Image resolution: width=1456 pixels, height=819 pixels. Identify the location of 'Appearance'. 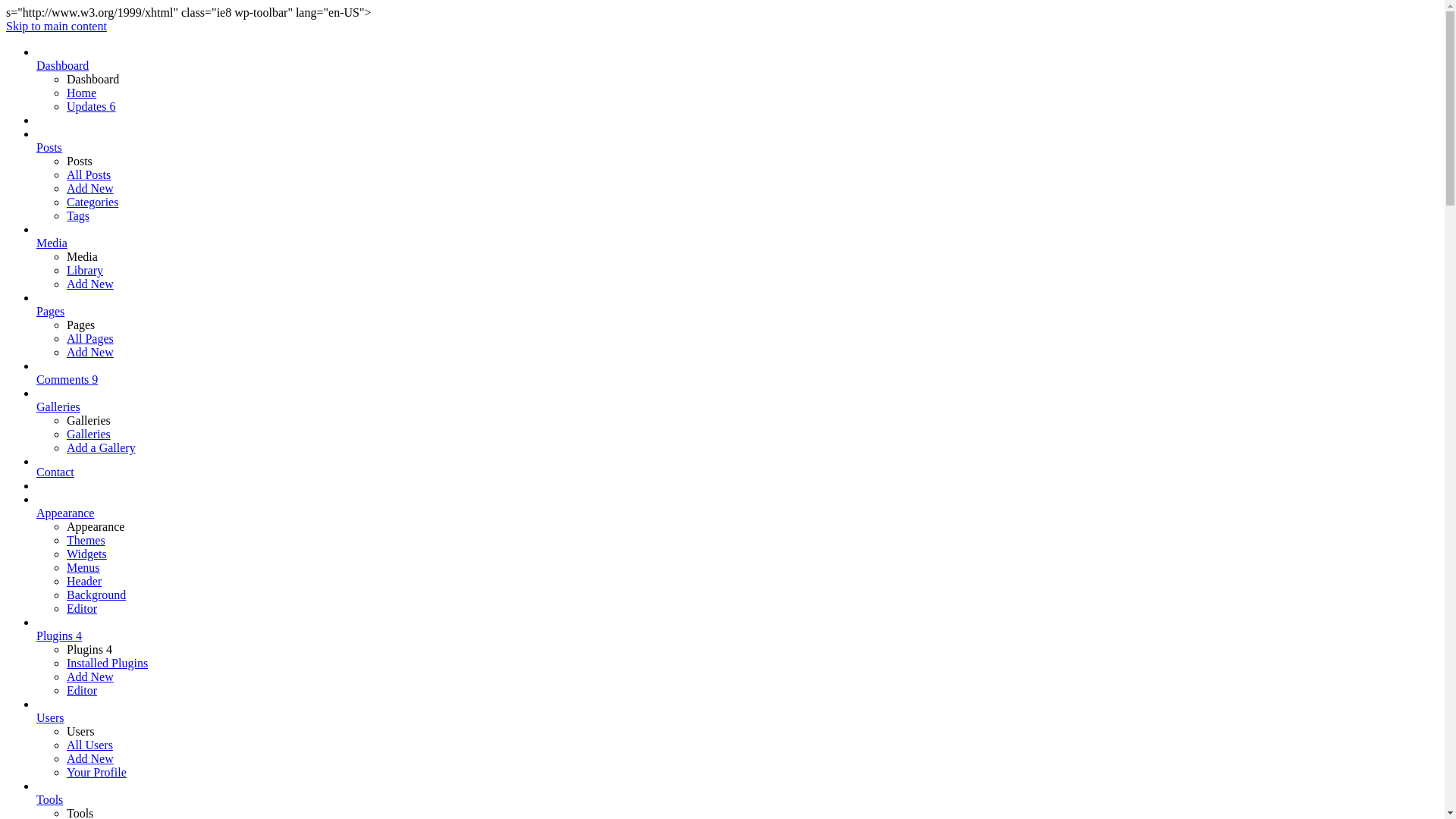
(36, 506).